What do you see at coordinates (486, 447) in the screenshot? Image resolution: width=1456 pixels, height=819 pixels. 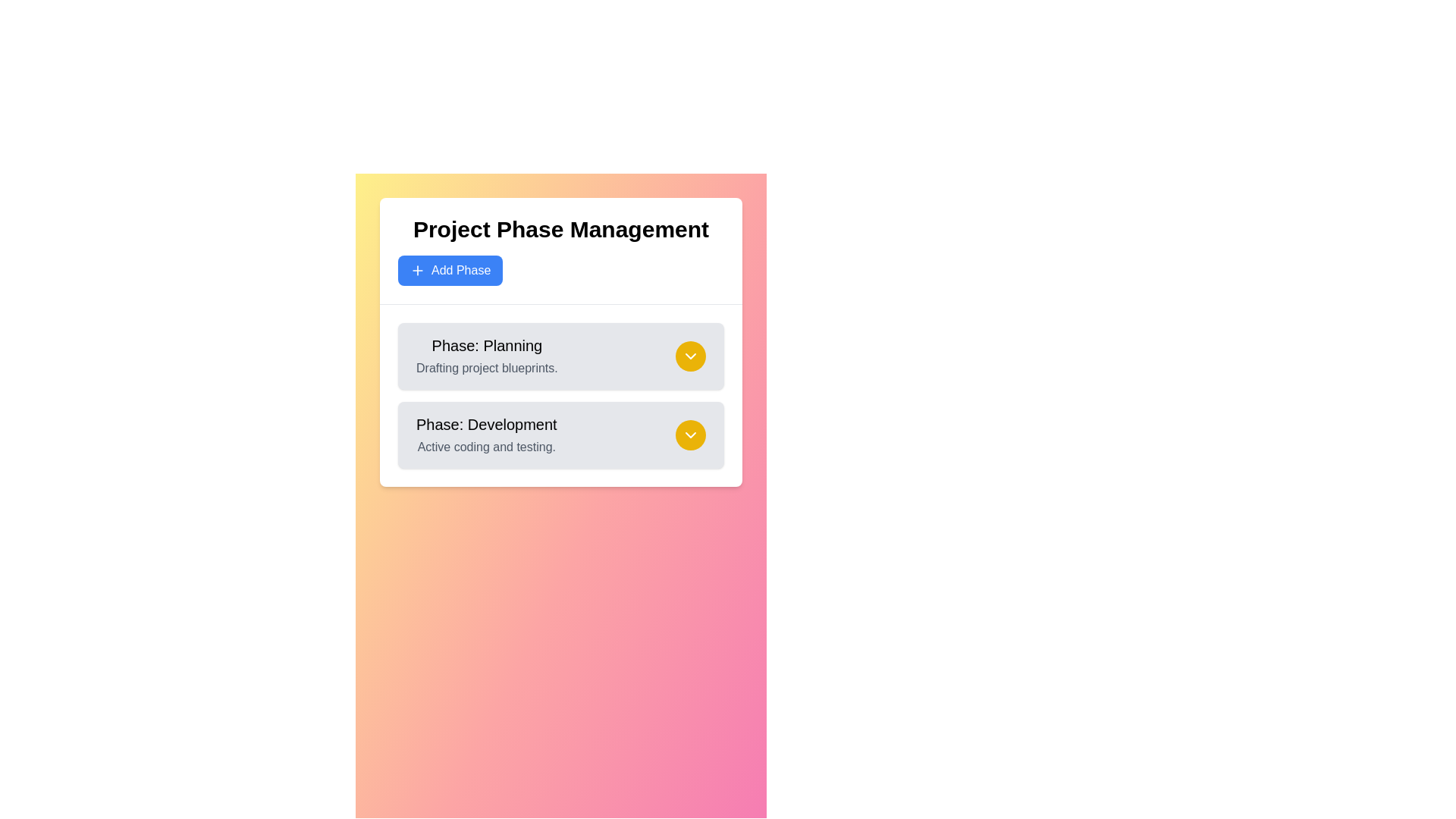 I see `the text providing additional descriptive information about the 'Development' phase, located beneath the heading 'Phase: Development' within a card-like structure` at bounding box center [486, 447].